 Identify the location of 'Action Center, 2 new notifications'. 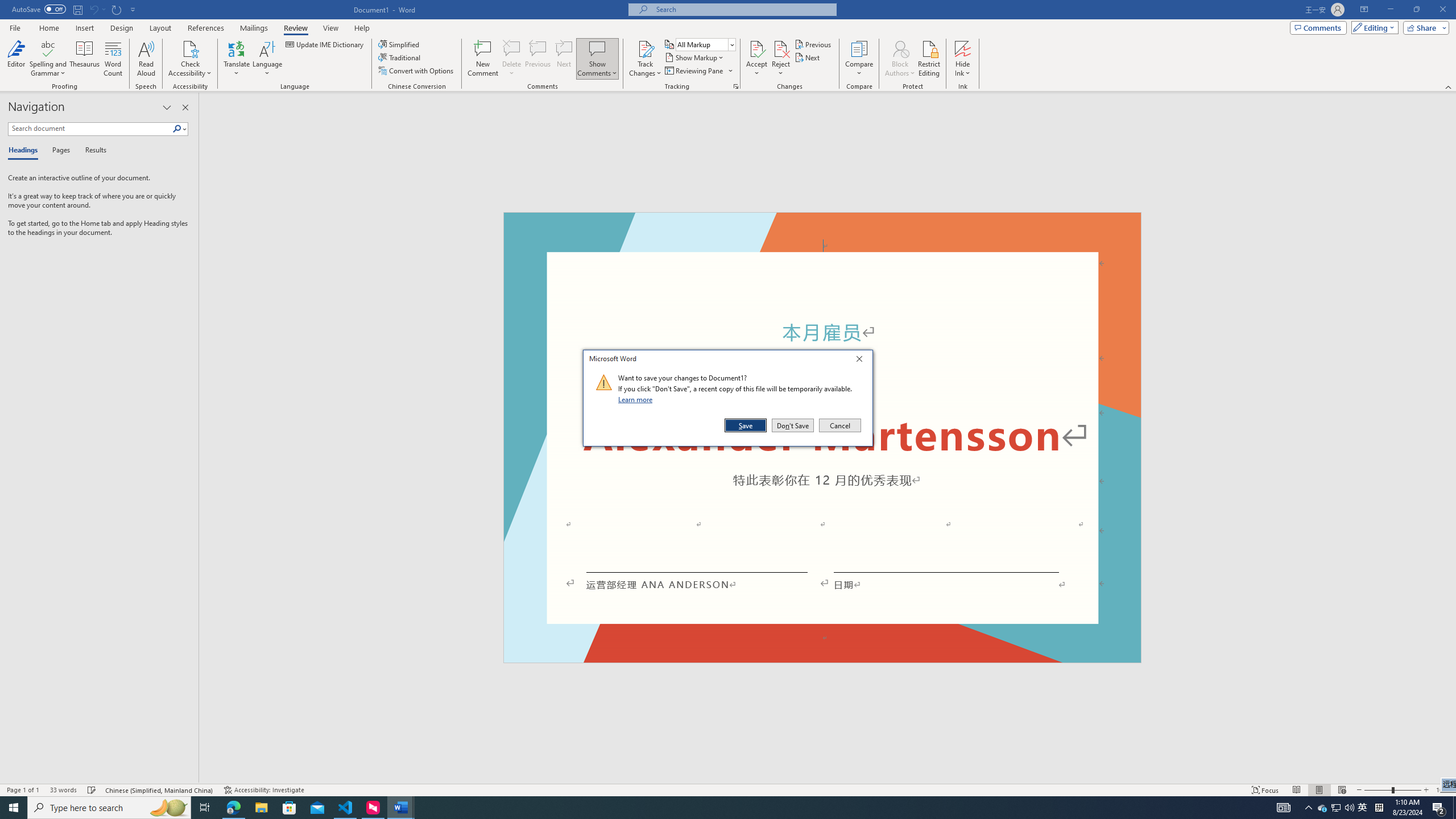
(1439, 806).